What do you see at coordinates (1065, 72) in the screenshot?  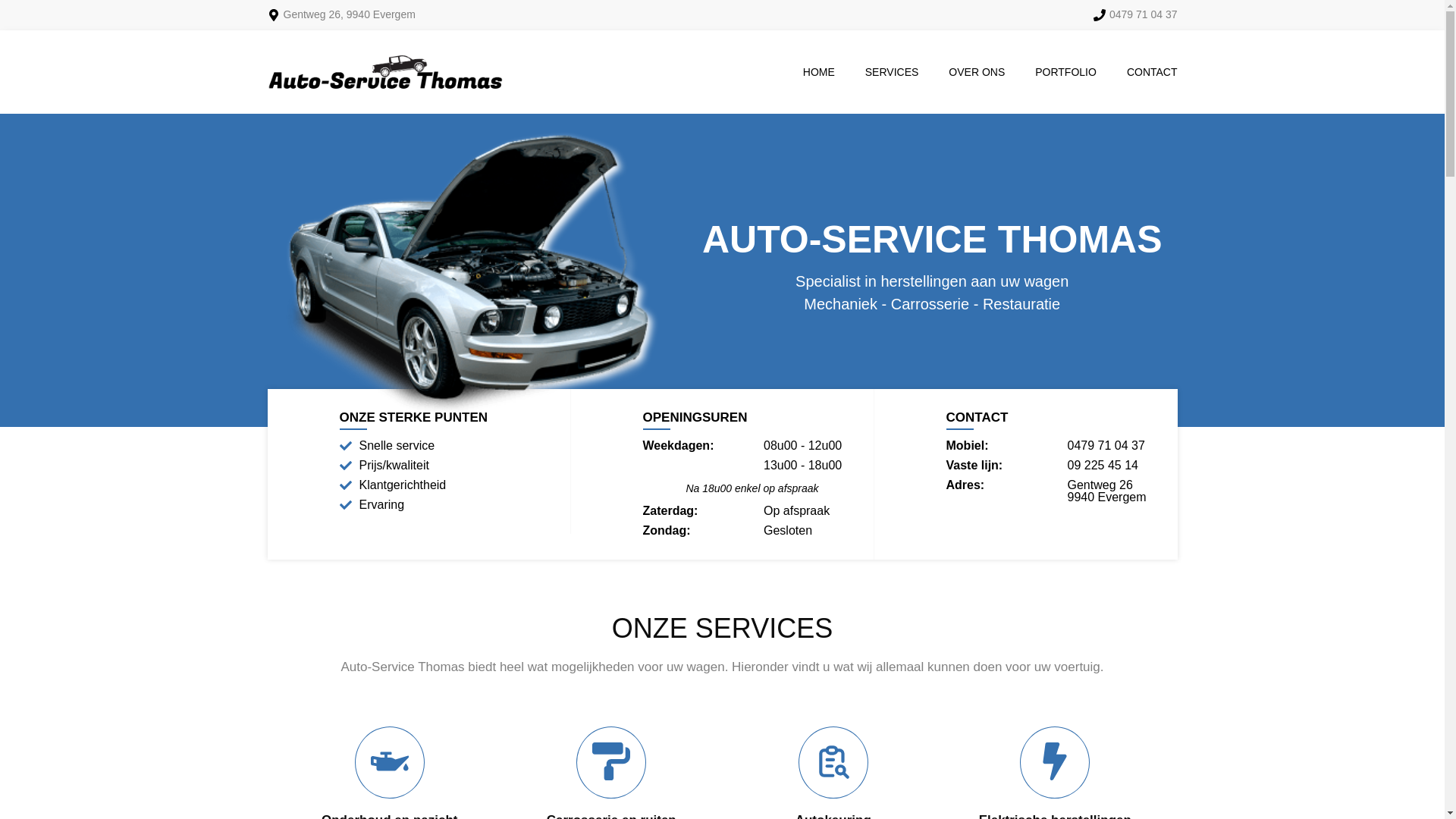 I see `'PORTFOLIO'` at bounding box center [1065, 72].